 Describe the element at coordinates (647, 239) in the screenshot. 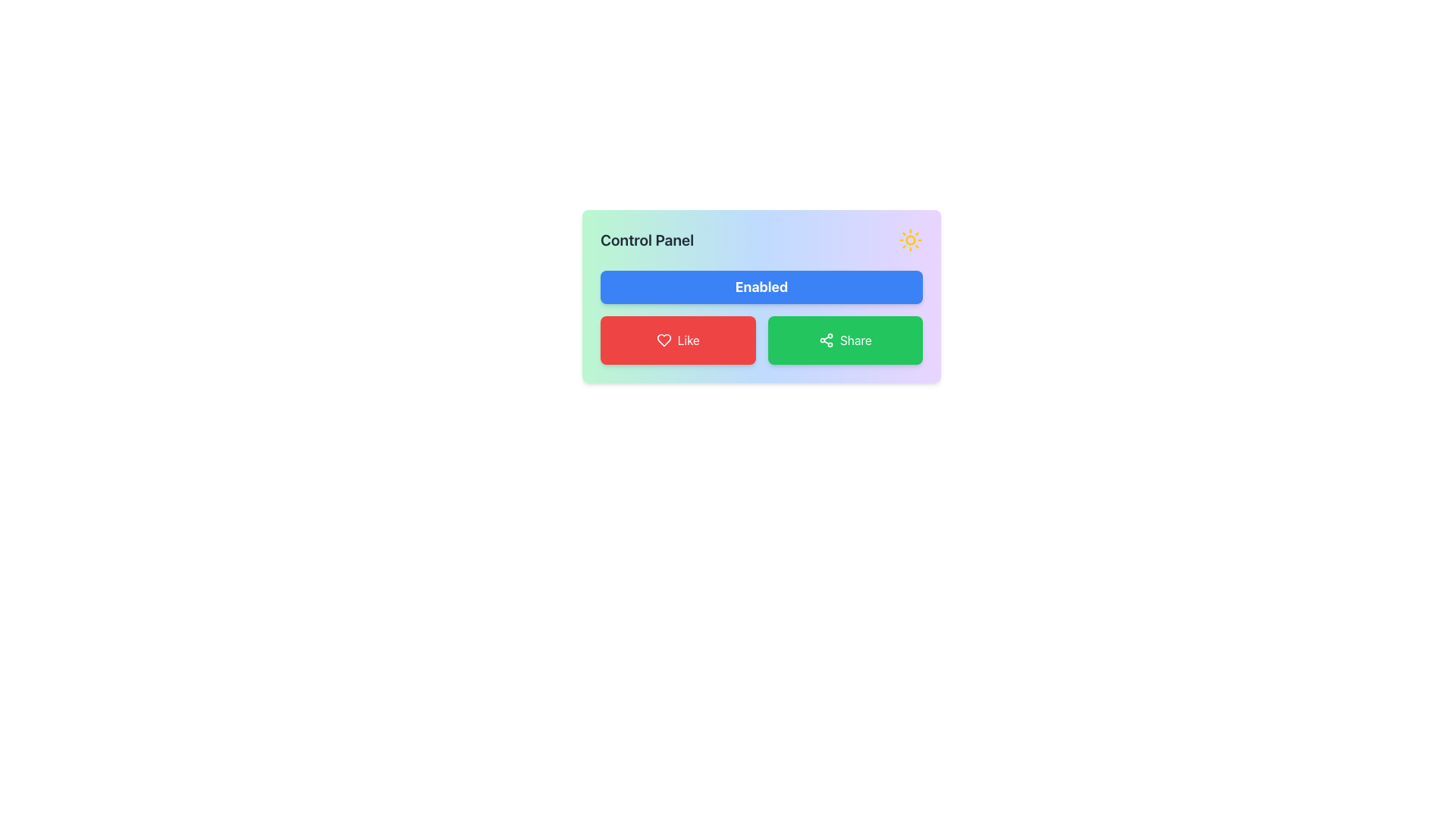

I see `the heading or title text element that serves to identify the purpose of the panel, located at the left side of the panel with a sun-shaped icon adjacent to it on the right` at that location.